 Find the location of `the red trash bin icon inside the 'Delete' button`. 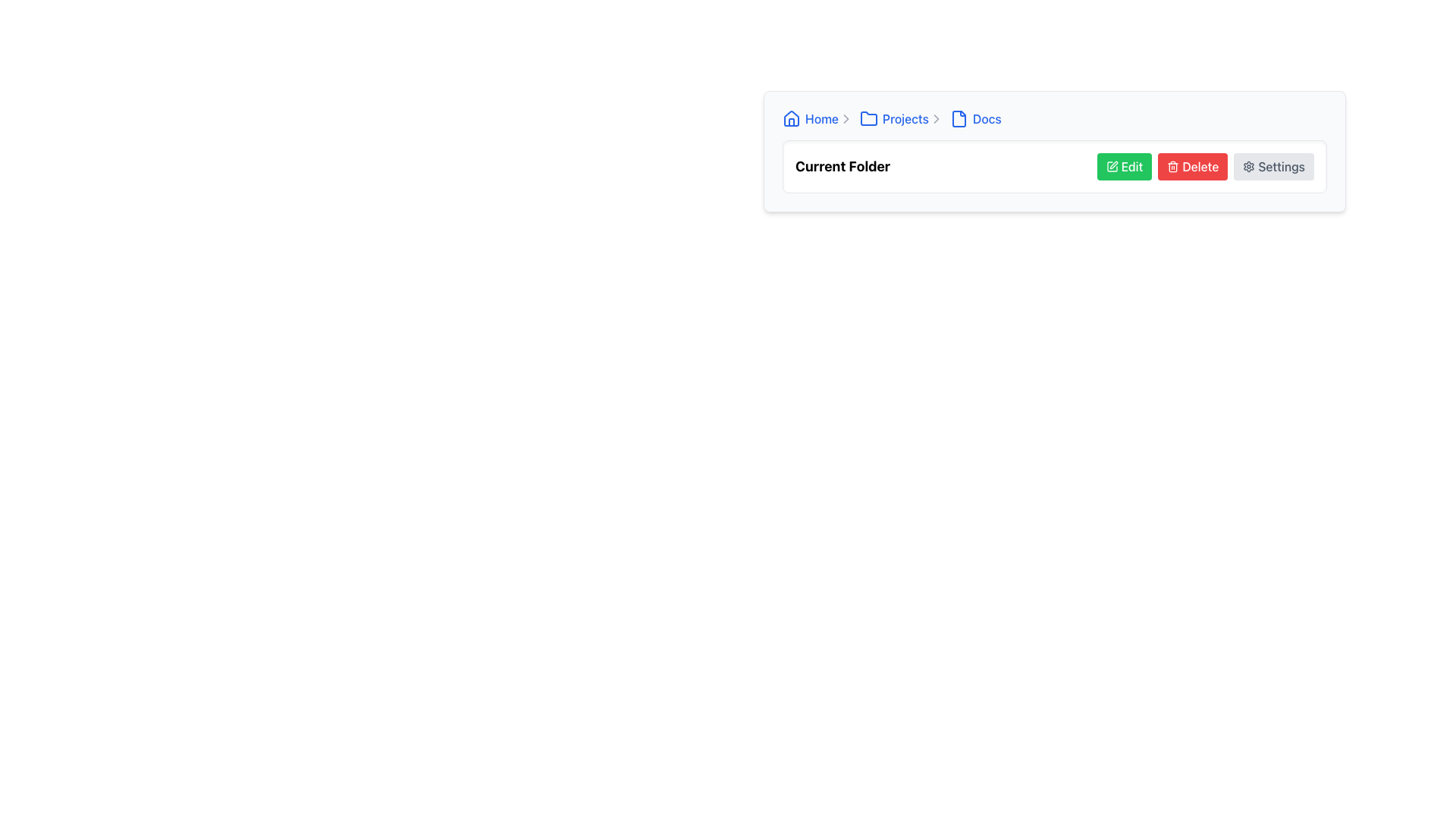

the red trash bin icon inside the 'Delete' button is located at coordinates (1172, 166).